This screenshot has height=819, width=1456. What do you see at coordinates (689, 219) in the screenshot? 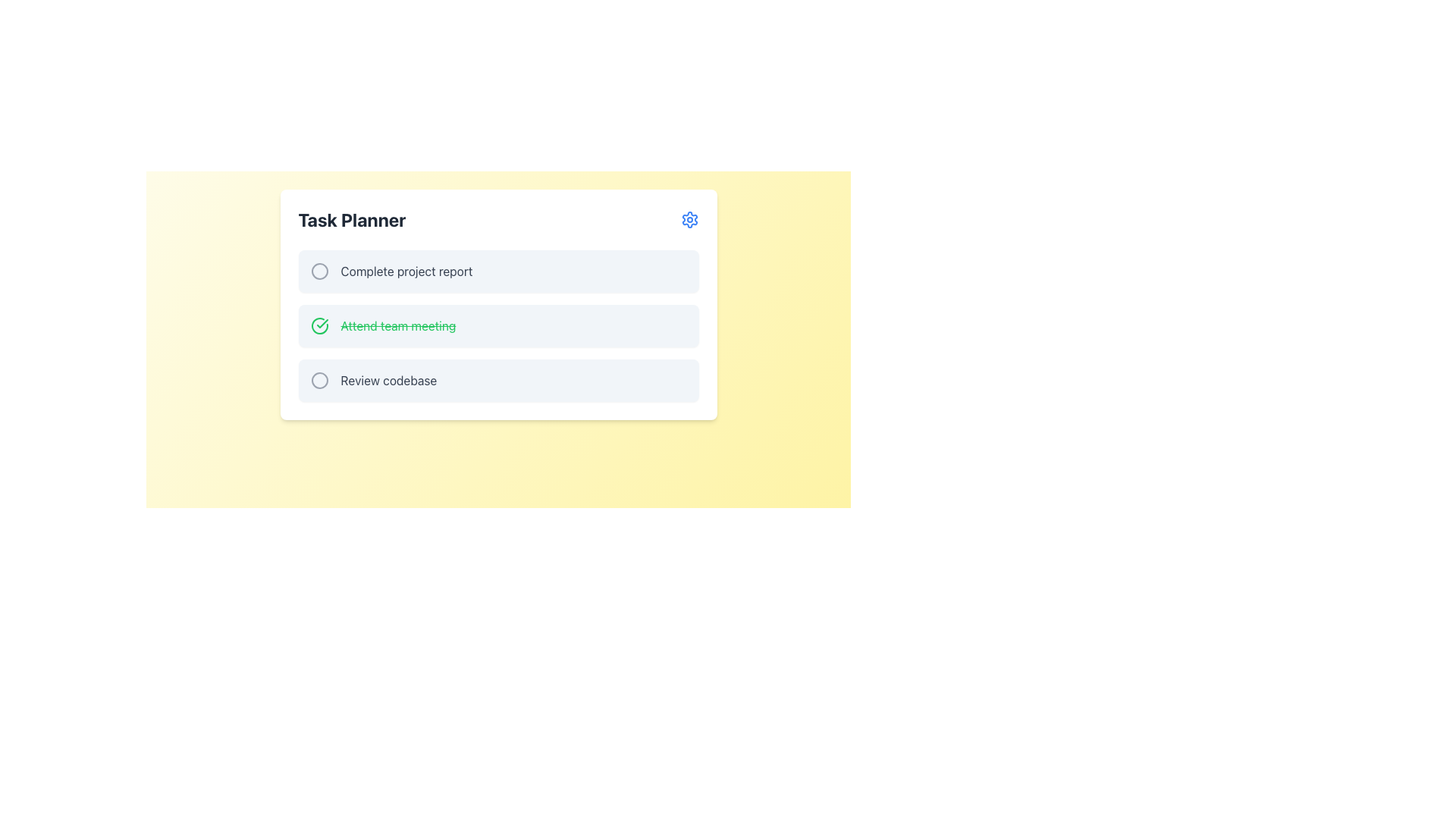
I see `the settings icon located in the top-right corner of the 'Task Planner' card` at bounding box center [689, 219].